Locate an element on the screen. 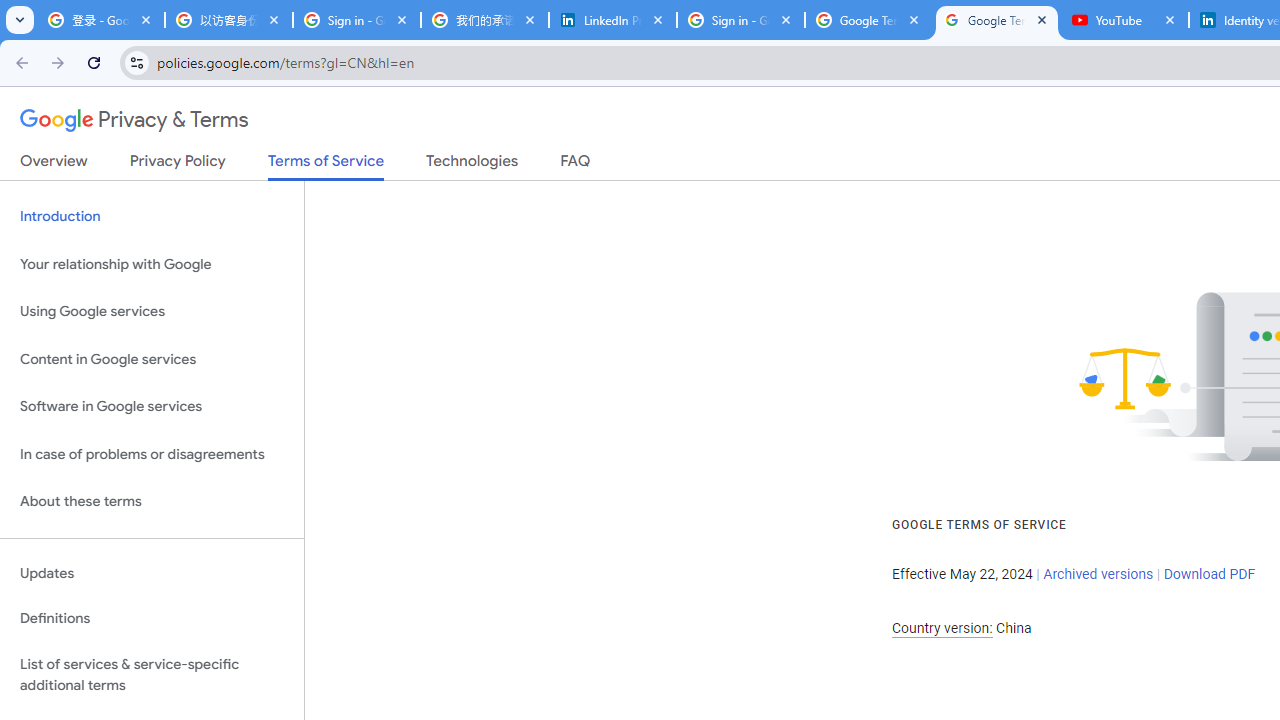  'About these terms' is located at coordinates (151, 501).